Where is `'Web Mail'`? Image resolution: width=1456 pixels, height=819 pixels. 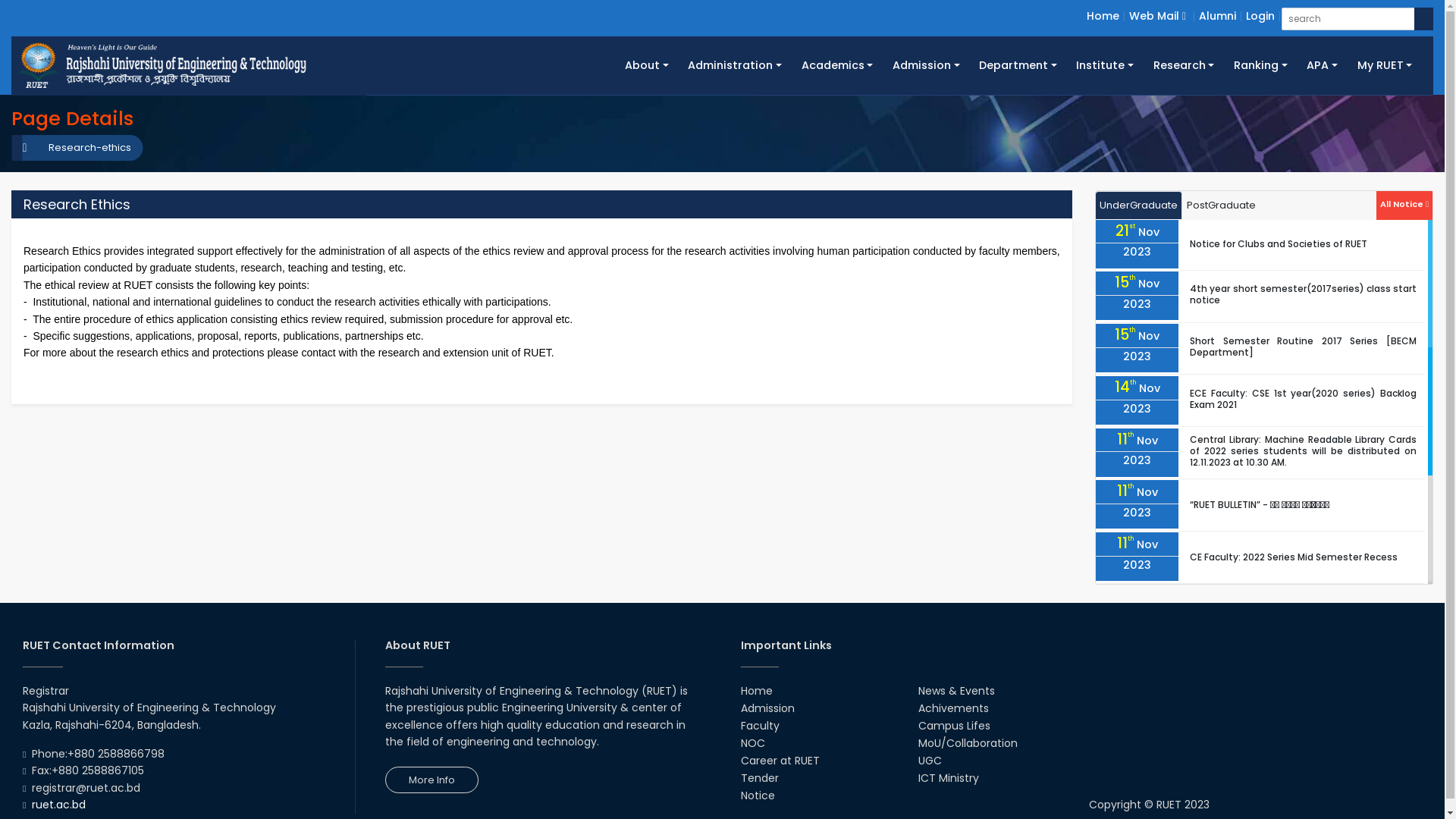
'Web Mail' is located at coordinates (1128, 15).